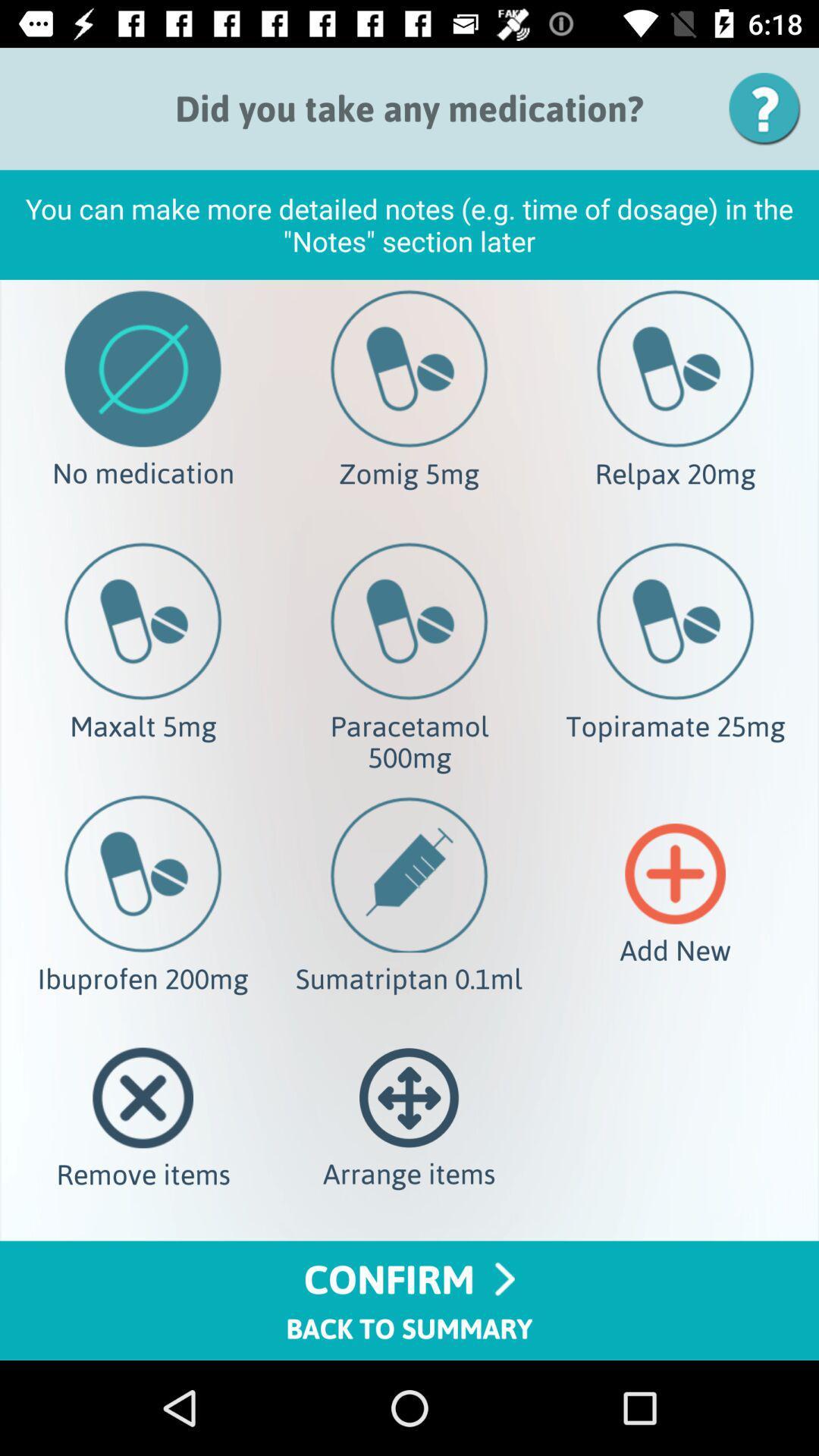 Image resolution: width=819 pixels, height=1456 pixels. Describe the element at coordinates (770, 108) in the screenshot. I see `the help icon` at that location.